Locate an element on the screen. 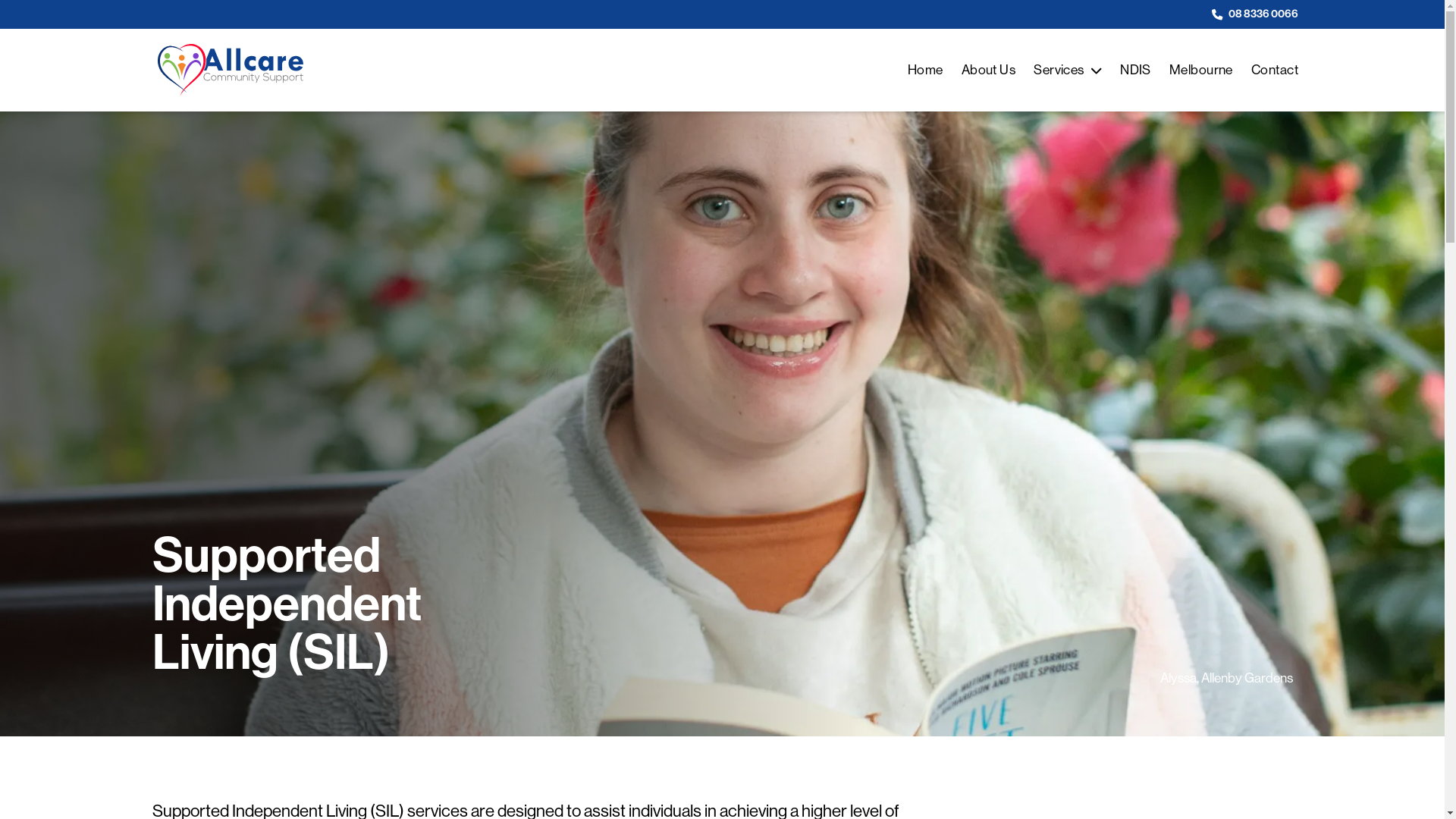  '08 8336 0066' is located at coordinates (1255, 14).